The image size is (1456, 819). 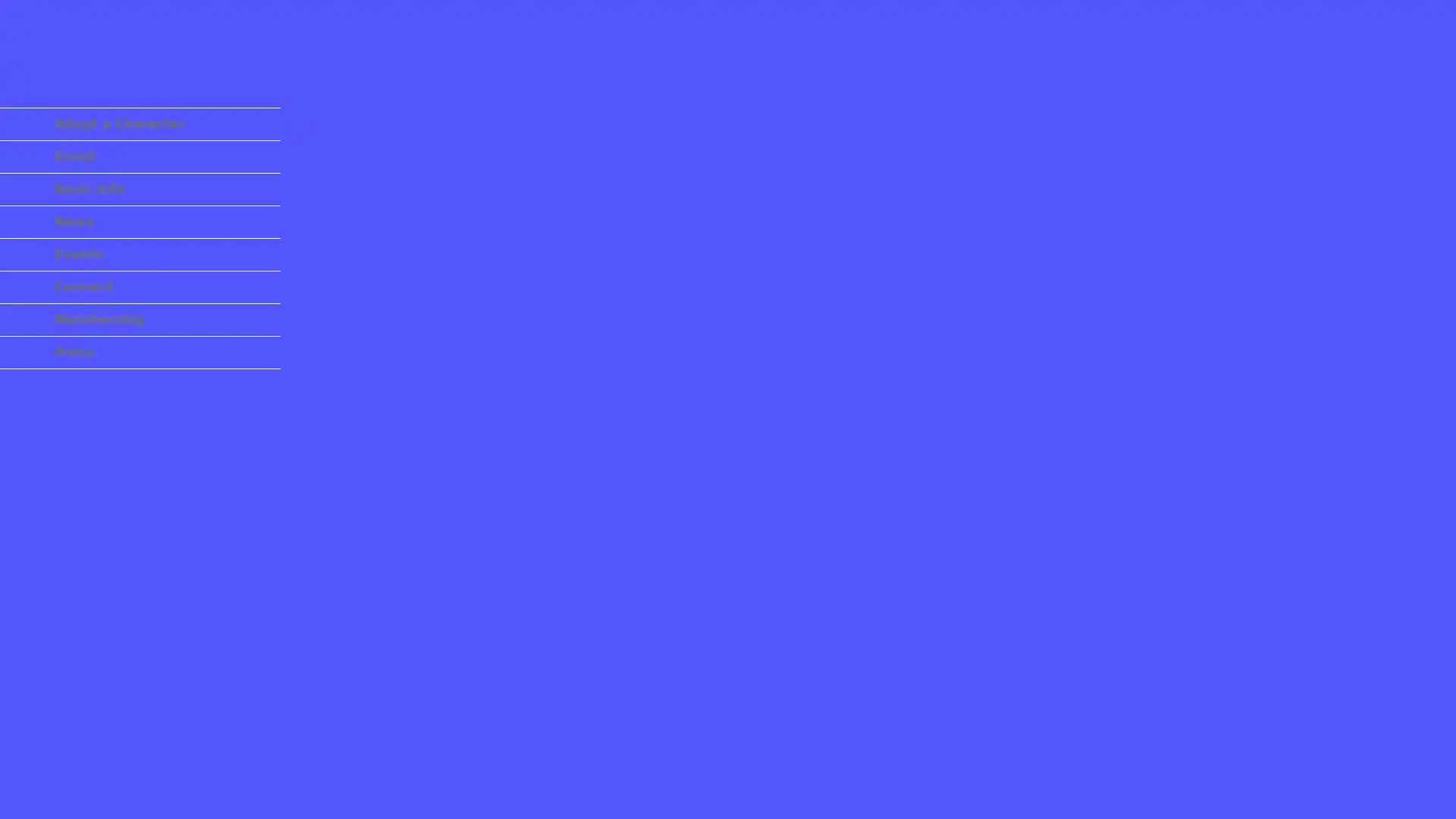 What do you see at coordinates (1282, 531) in the screenshot?
I see `U+2022` at bounding box center [1282, 531].